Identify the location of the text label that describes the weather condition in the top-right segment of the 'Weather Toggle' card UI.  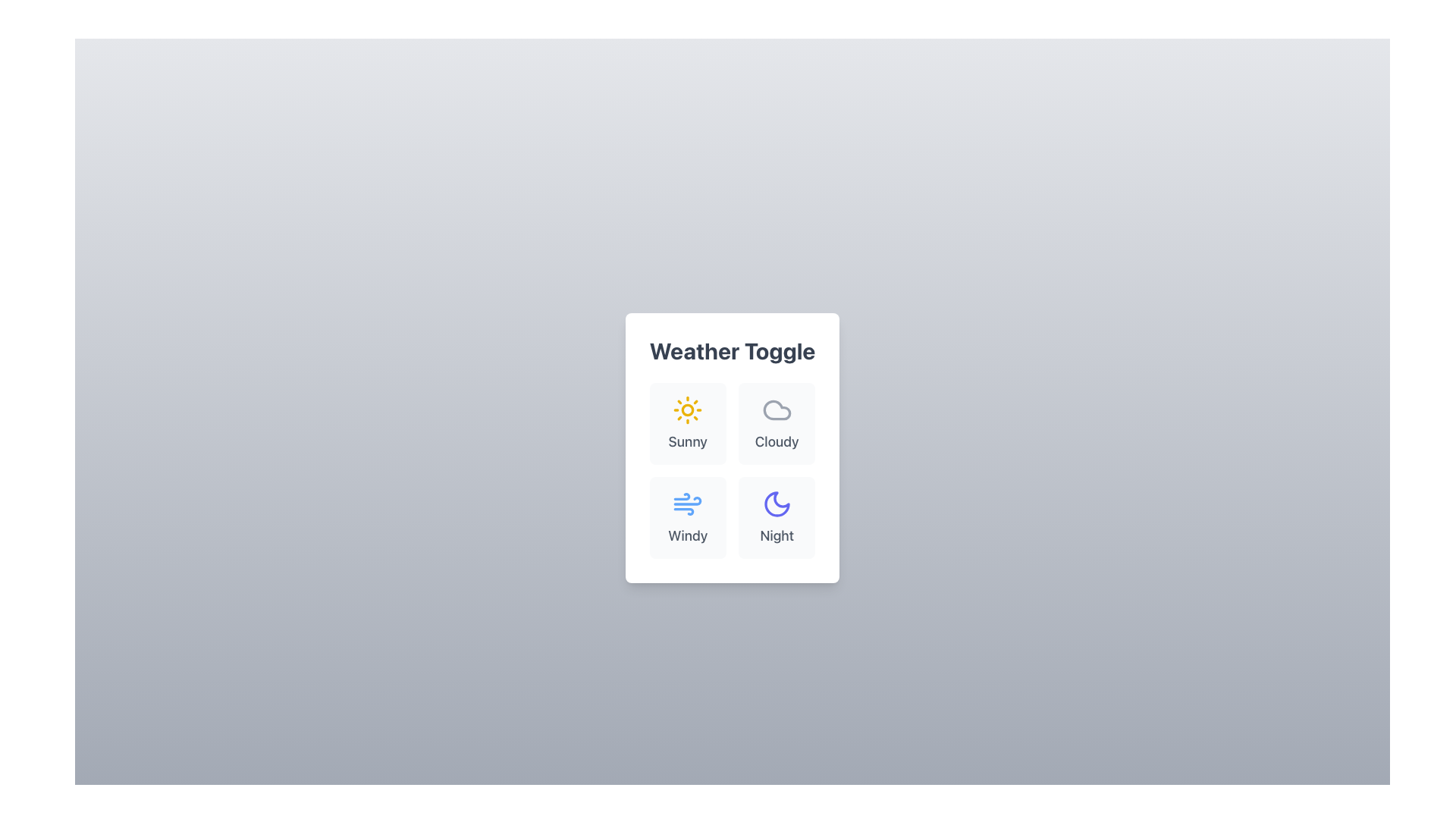
(777, 441).